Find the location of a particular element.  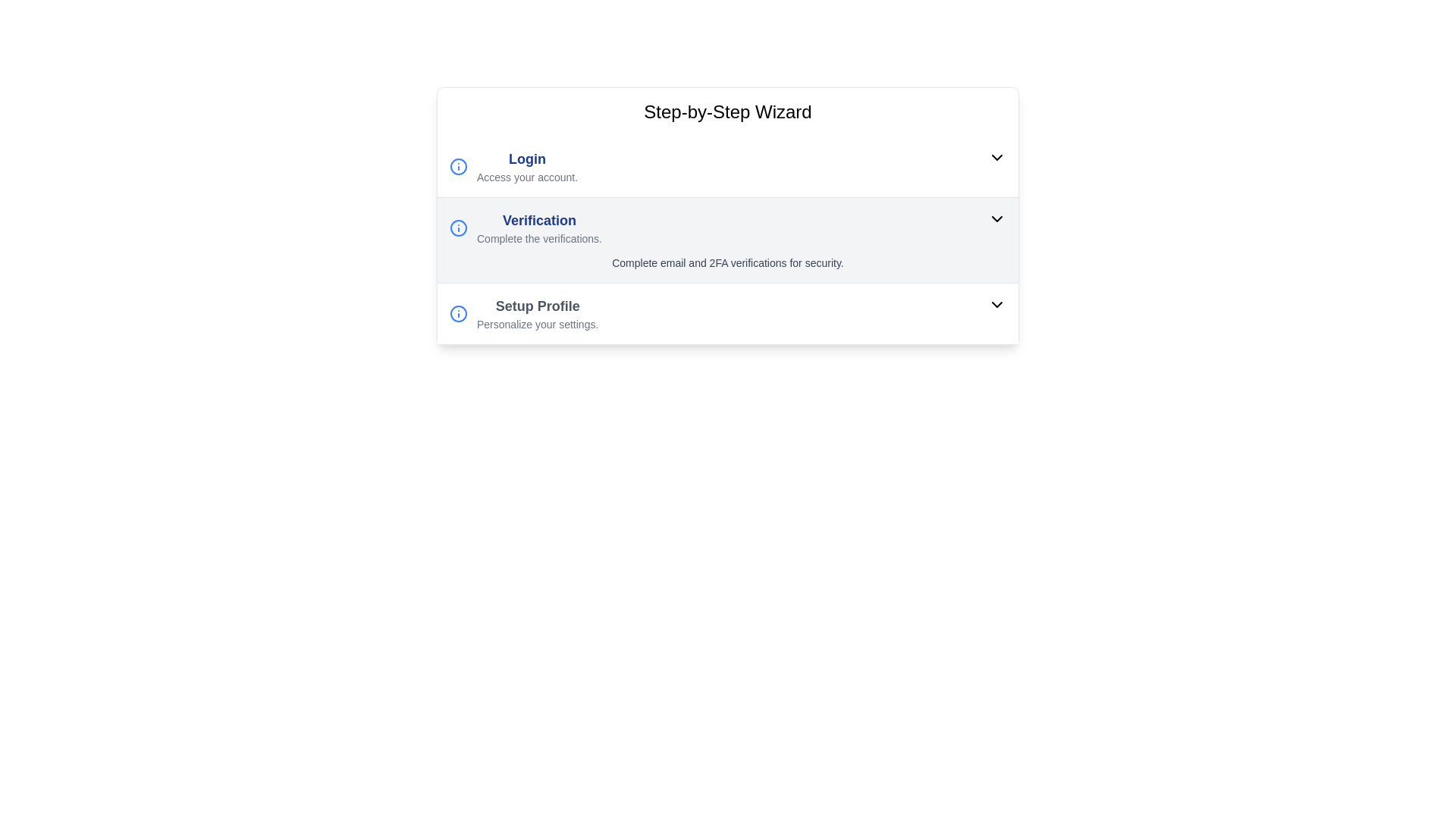

text content of the Text Block that displays 'Login' and 'Access your account.' located at the top-left of the vertically aligned stepper component is located at coordinates (527, 166).